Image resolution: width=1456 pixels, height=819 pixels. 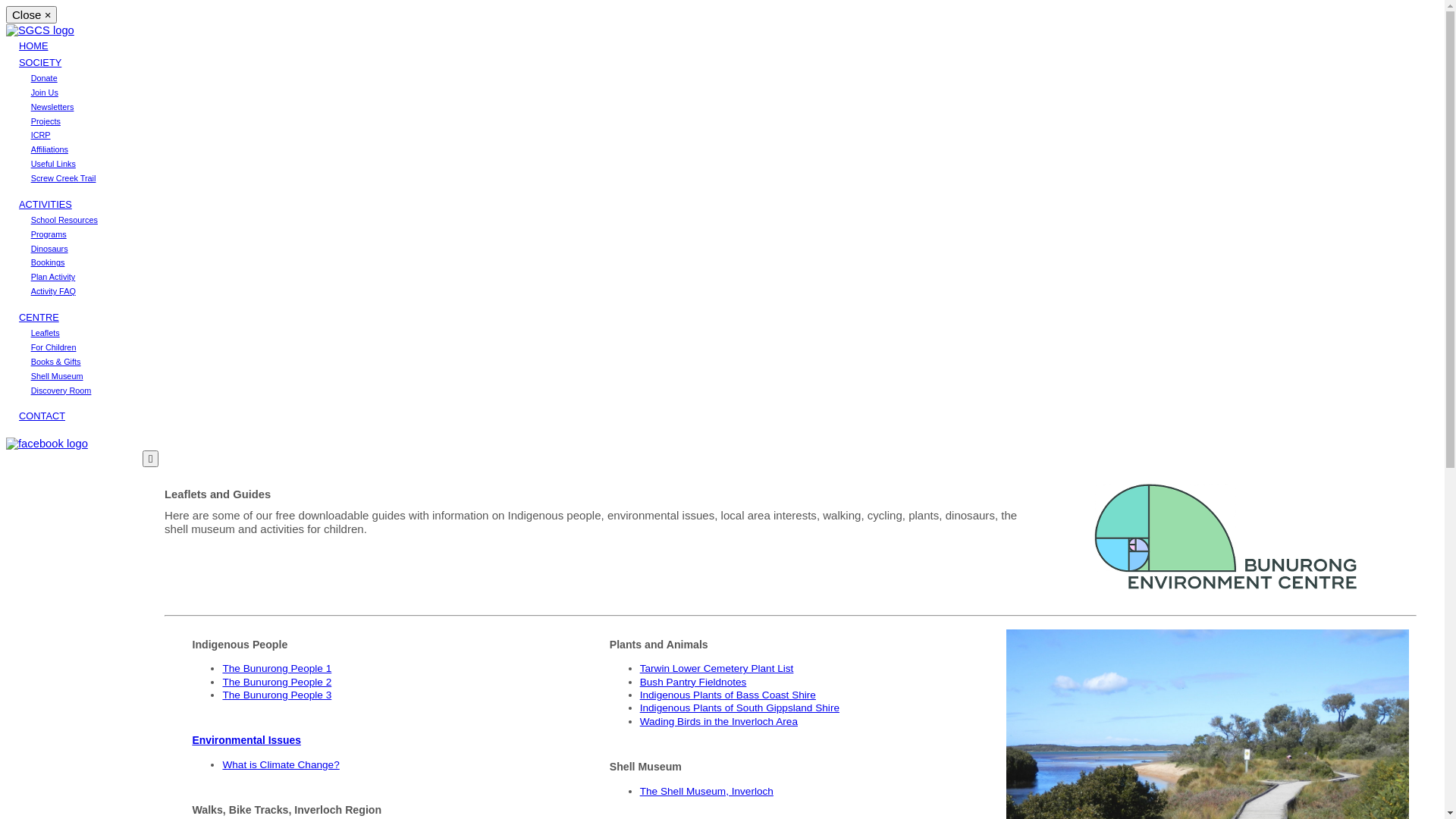 I want to click on 'For Children', so click(x=54, y=347).